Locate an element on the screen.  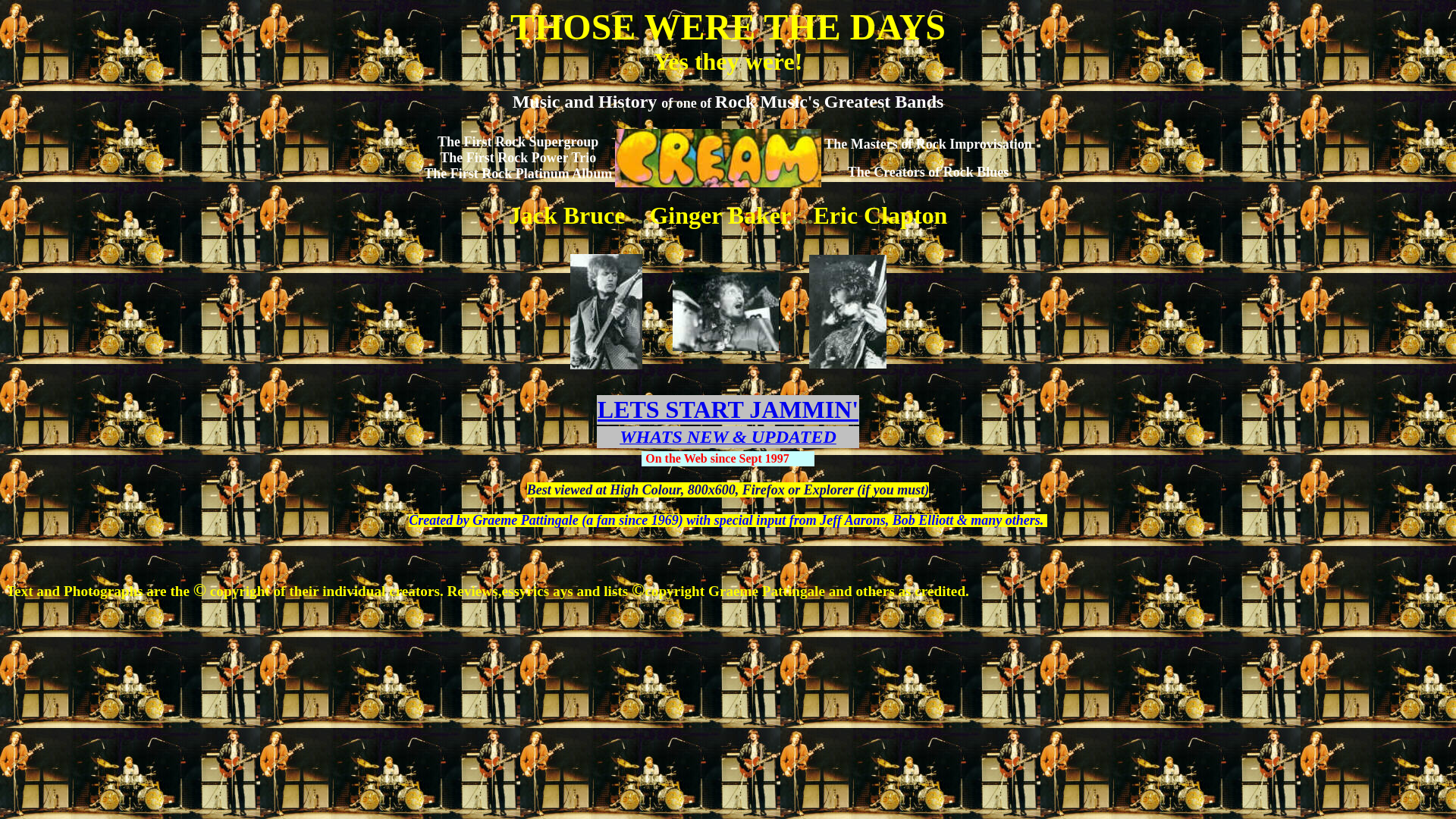
'WHATS NEW & UPDATED' is located at coordinates (728, 438).